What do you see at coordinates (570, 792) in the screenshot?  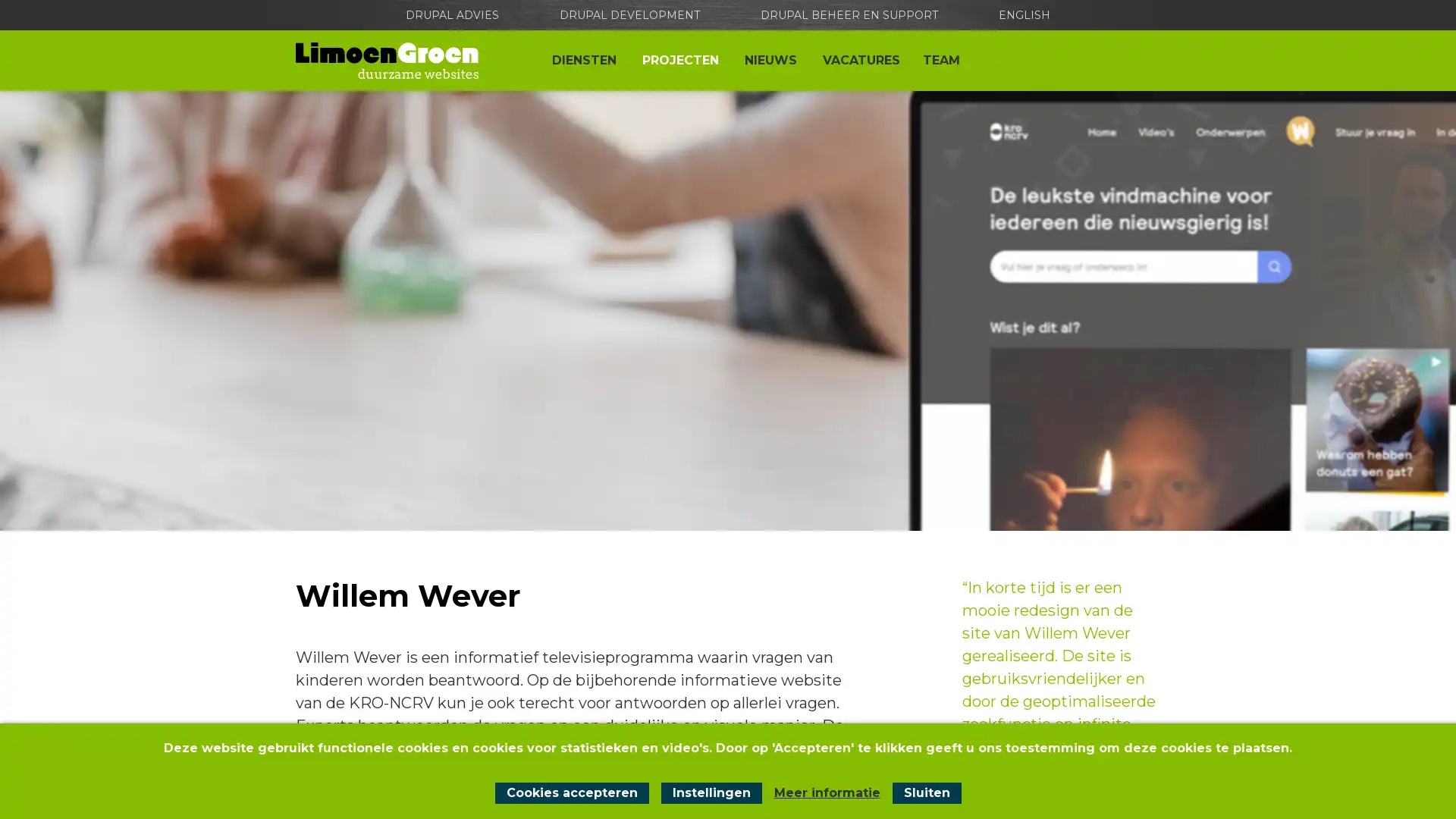 I see `Cookies accepteren` at bounding box center [570, 792].